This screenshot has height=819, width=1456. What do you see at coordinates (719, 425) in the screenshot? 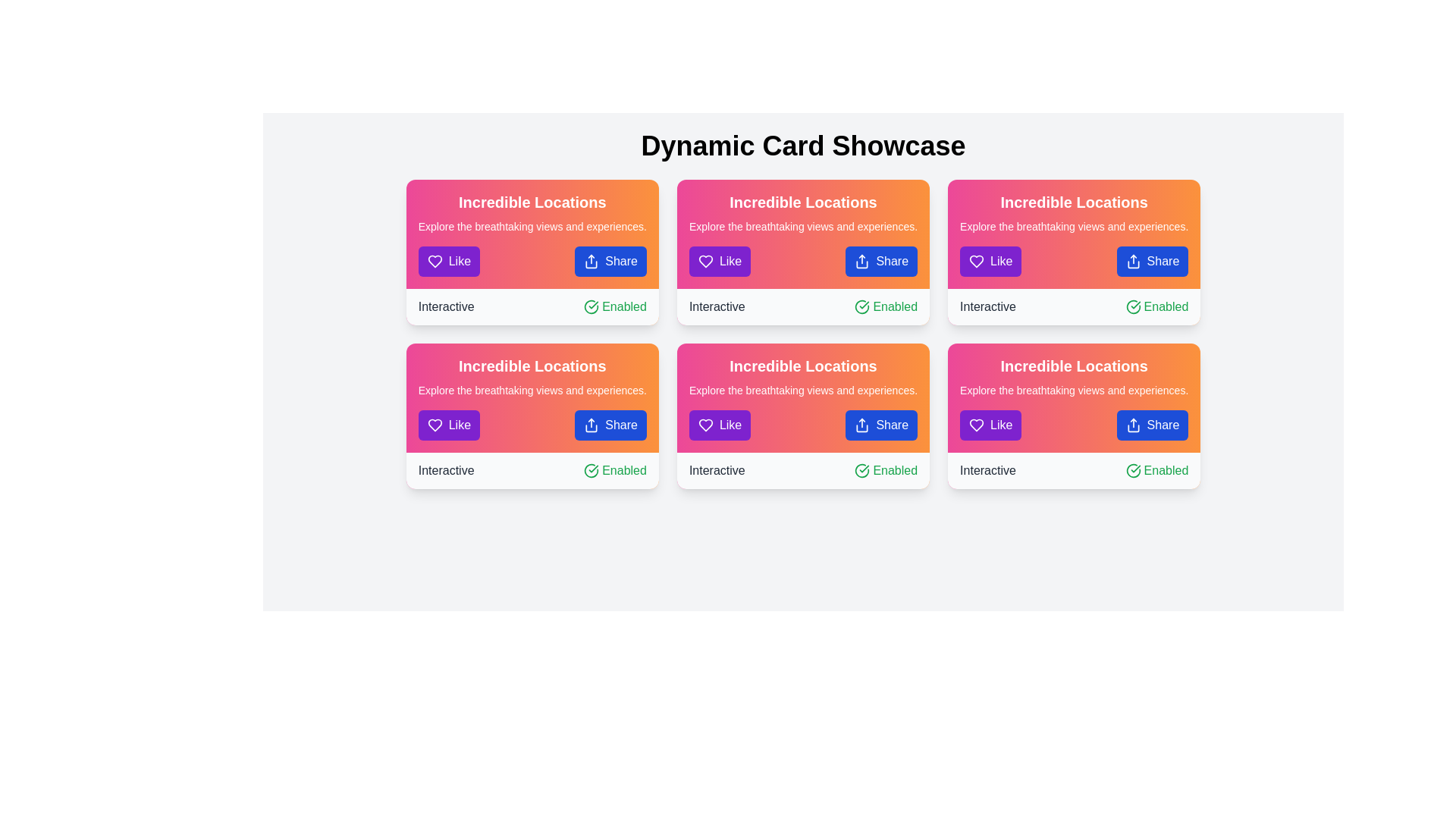
I see `the purple 'Like' button with white text and a heart icon, located in the first row, third card from the left in the 'Dynamic Card Showcase' section` at bounding box center [719, 425].